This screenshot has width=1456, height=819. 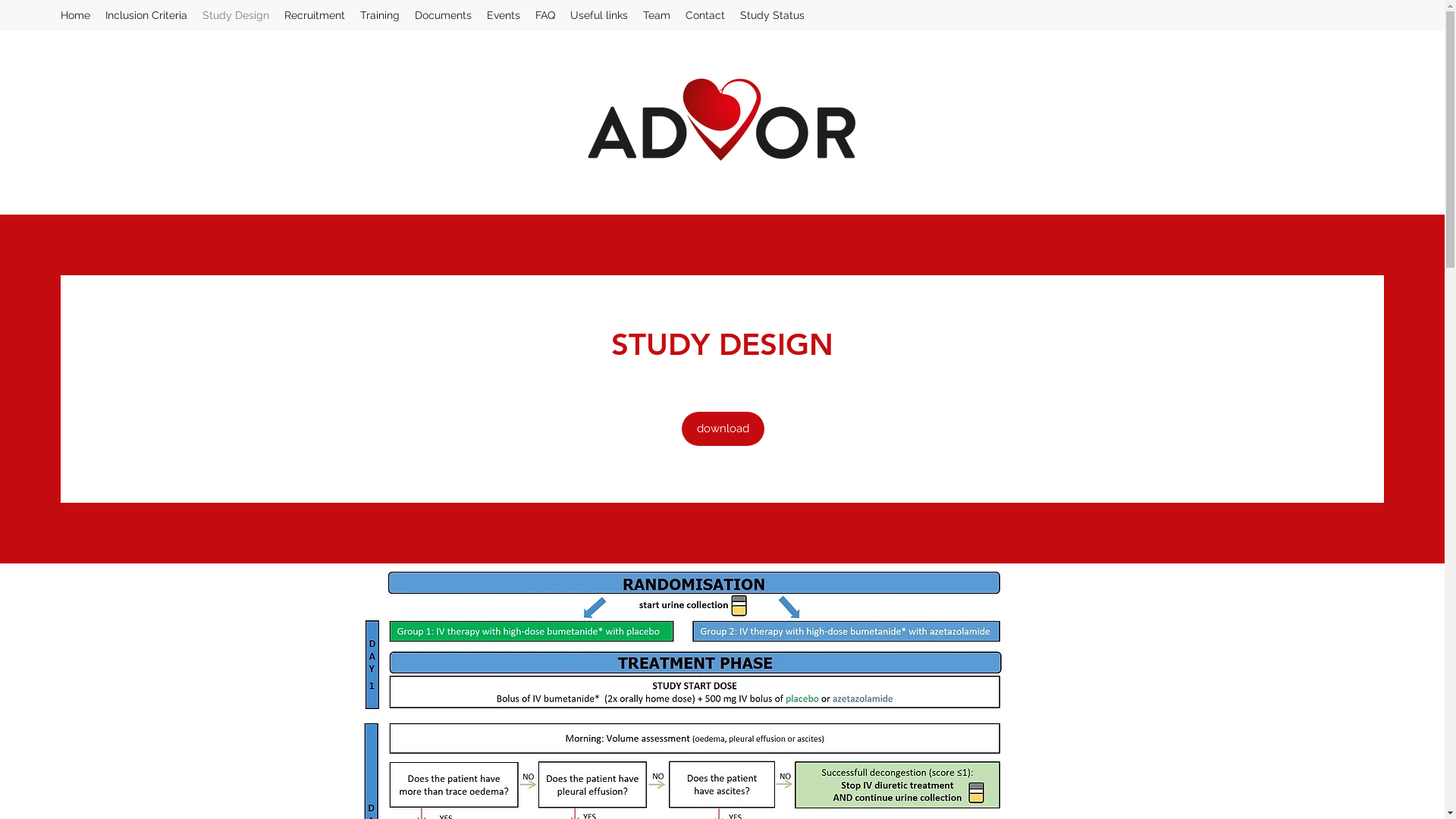 What do you see at coordinates (146, 14) in the screenshot?
I see `'Inclusion Criteria'` at bounding box center [146, 14].